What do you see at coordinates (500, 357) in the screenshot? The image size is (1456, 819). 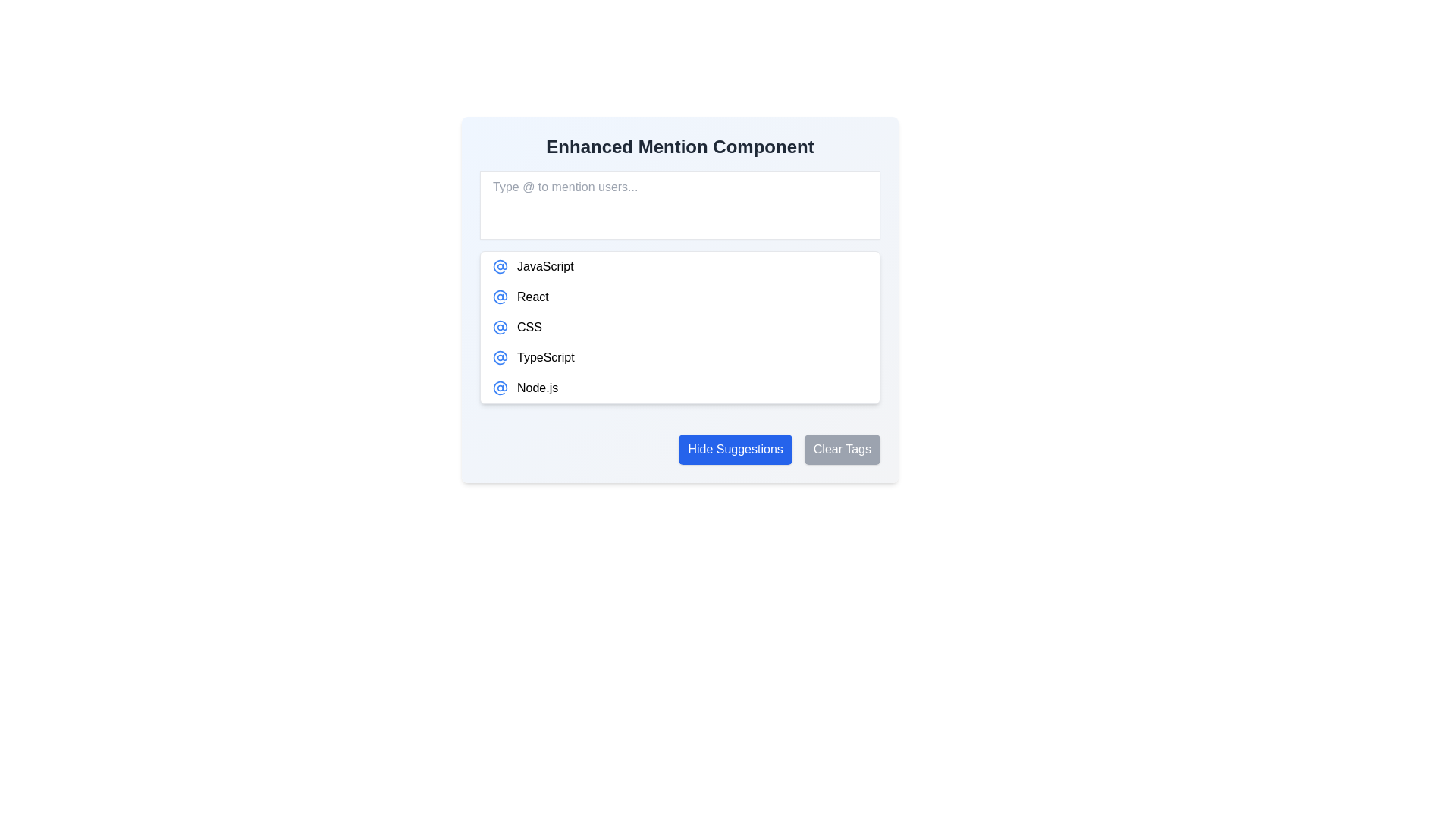 I see `the TypeScript indicator icon located in the fourth row of the suggestion list` at bounding box center [500, 357].